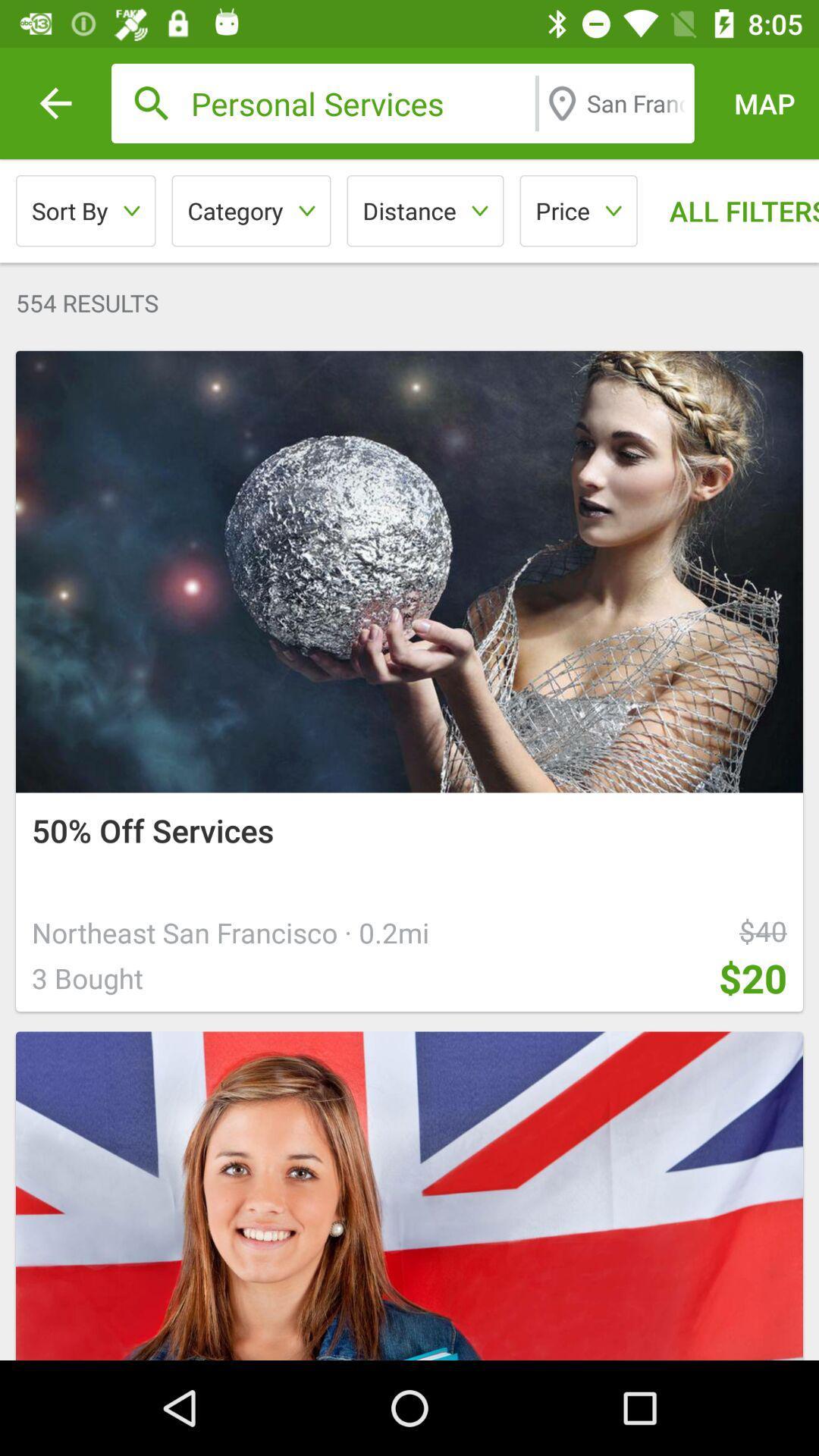 This screenshot has height=1456, width=819. I want to click on the icon below the map, so click(731, 210).